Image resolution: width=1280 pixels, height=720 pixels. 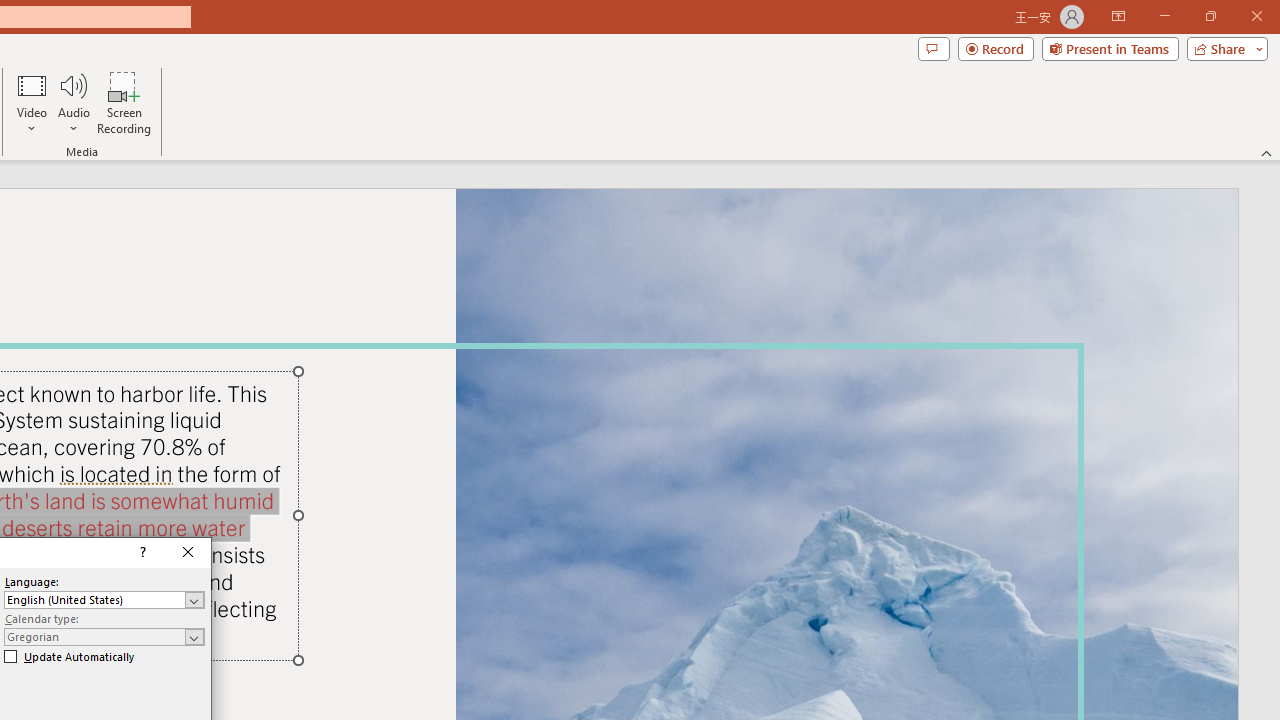 I want to click on 'Audio', so click(x=73, y=103).